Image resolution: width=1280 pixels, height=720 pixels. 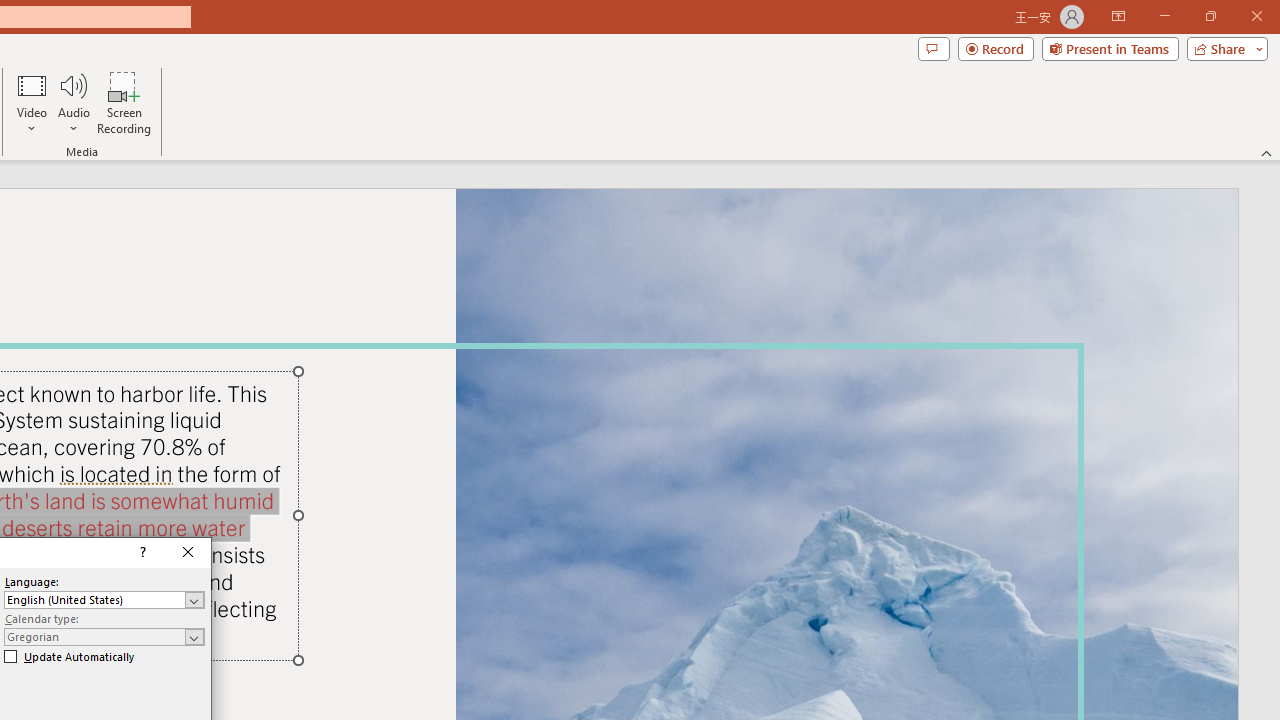 I want to click on 'Audio', so click(x=73, y=103).